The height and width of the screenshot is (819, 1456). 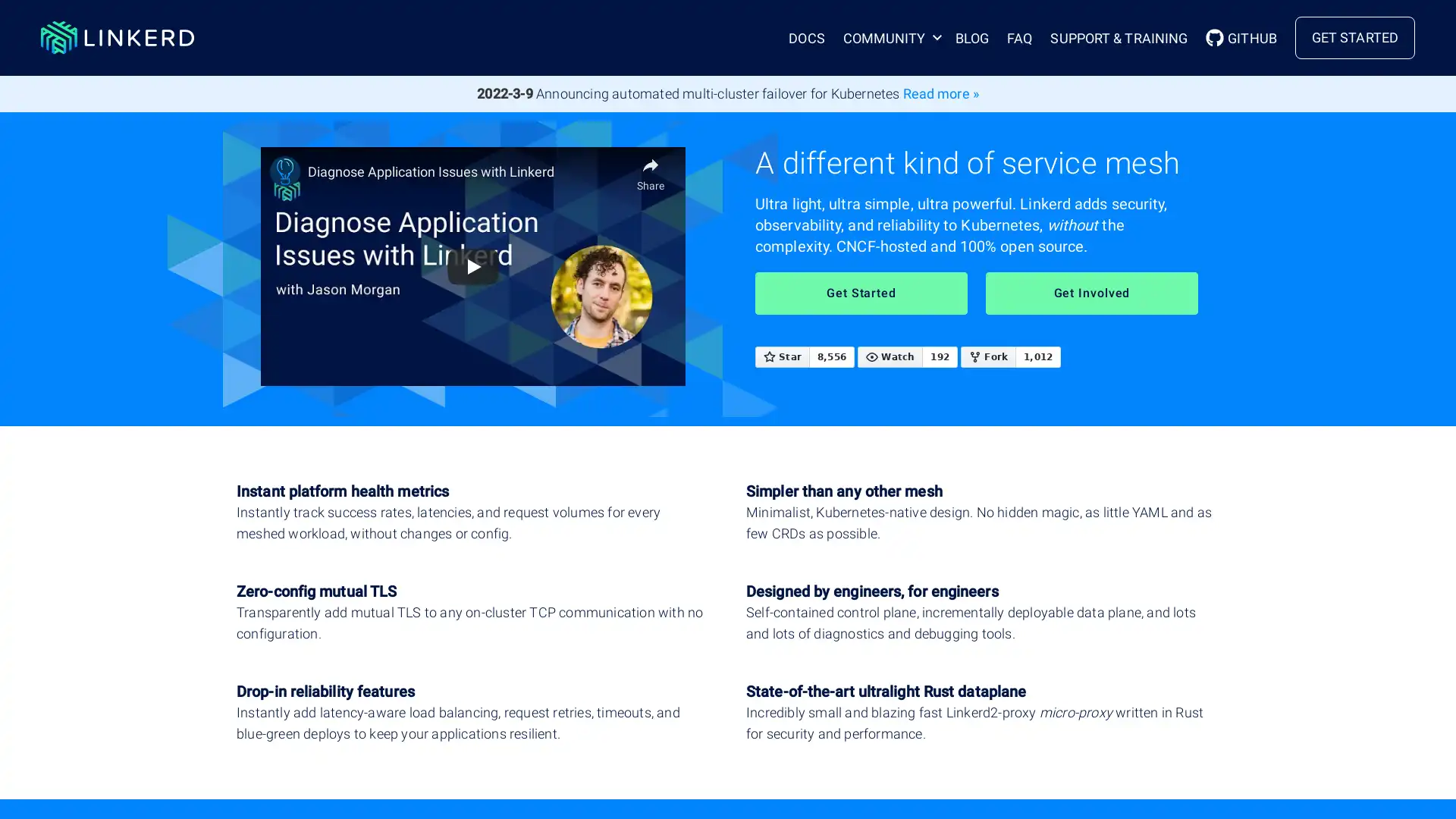 I want to click on COMMUNITY, so click(x=889, y=36).